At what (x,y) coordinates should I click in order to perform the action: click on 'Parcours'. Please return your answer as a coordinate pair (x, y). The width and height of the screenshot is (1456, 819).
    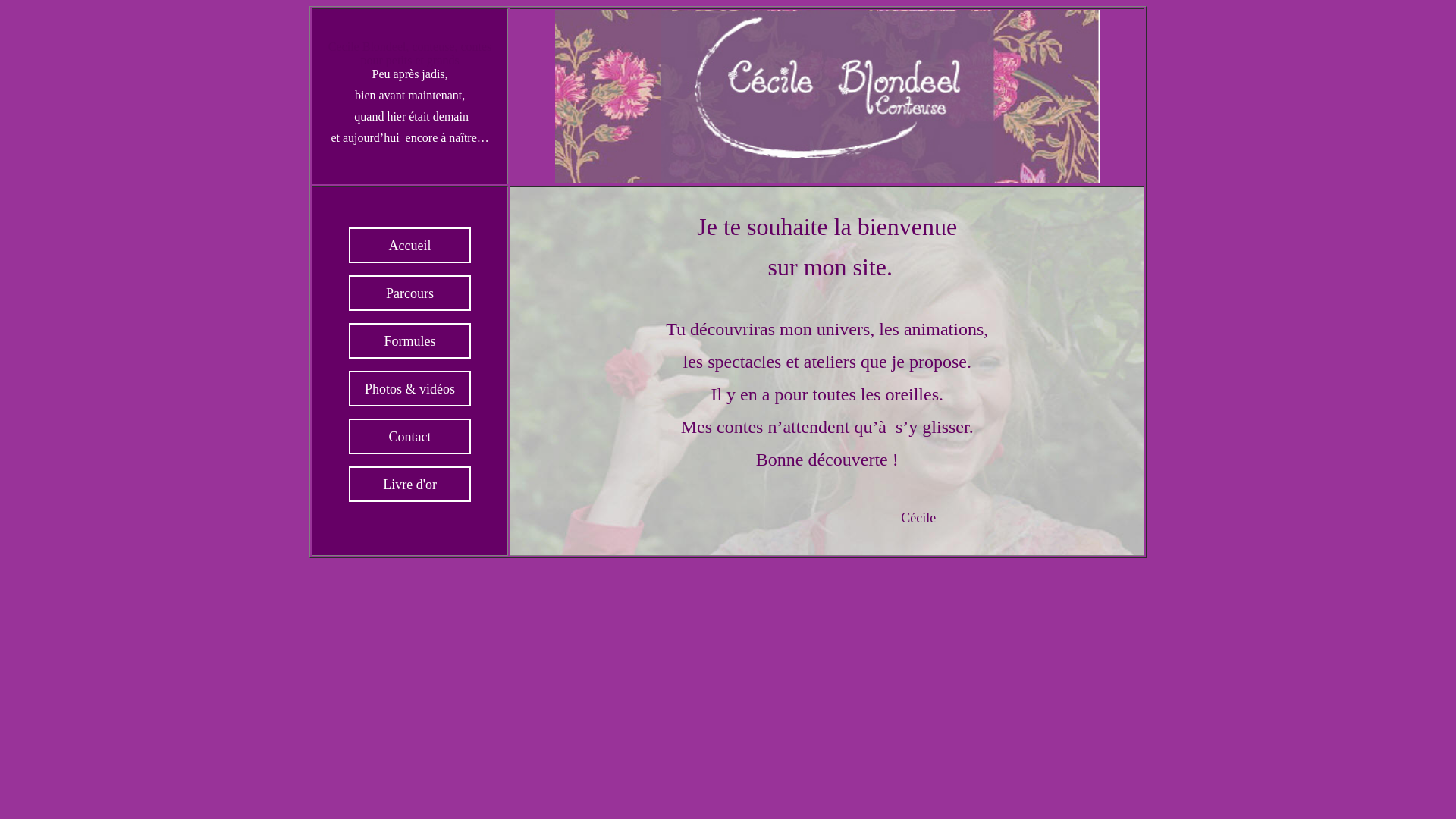
    Looking at the image, I should click on (409, 293).